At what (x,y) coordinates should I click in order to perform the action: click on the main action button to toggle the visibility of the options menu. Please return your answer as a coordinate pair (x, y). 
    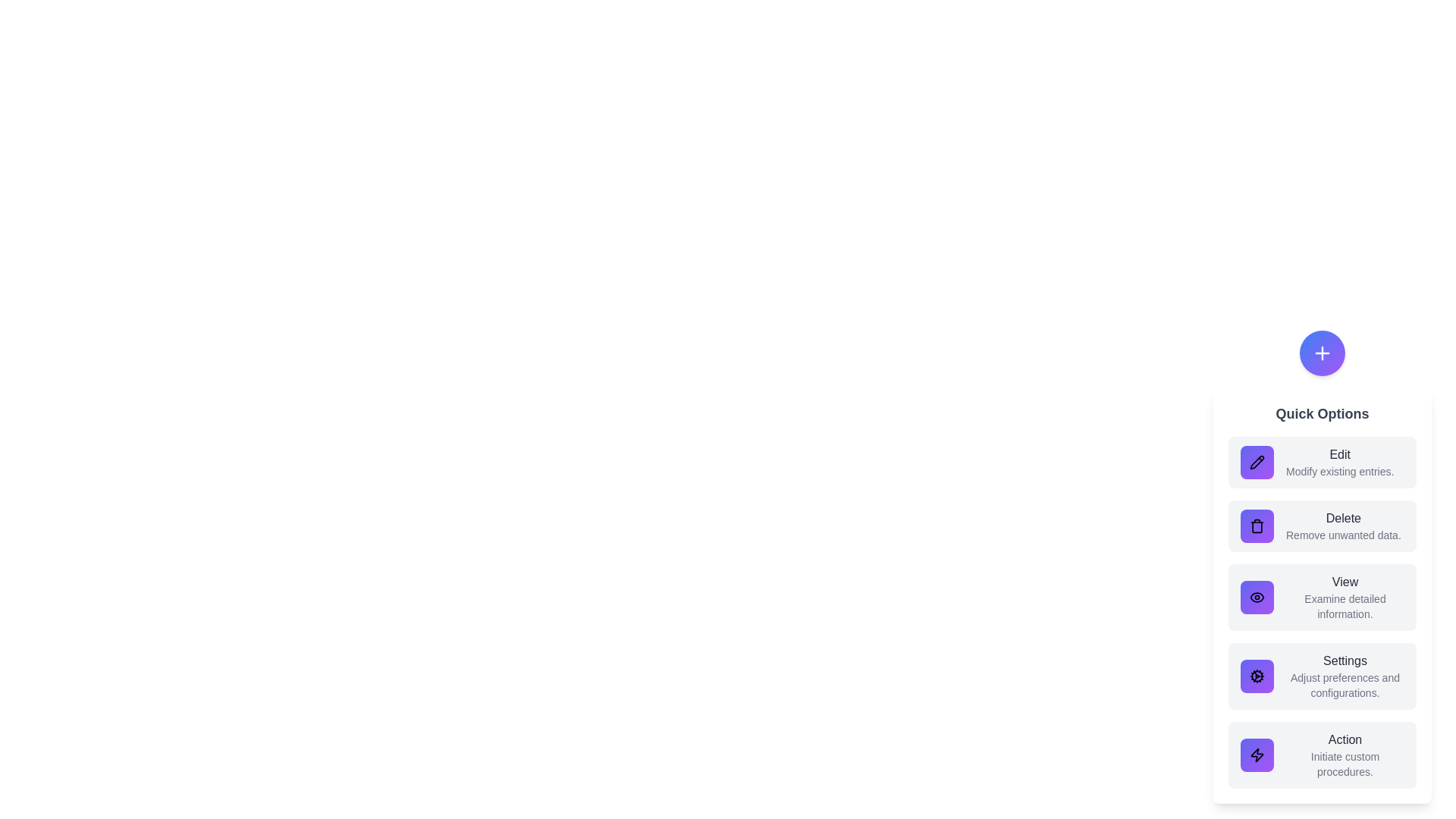
    Looking at the image, I should click on (1321, 353).